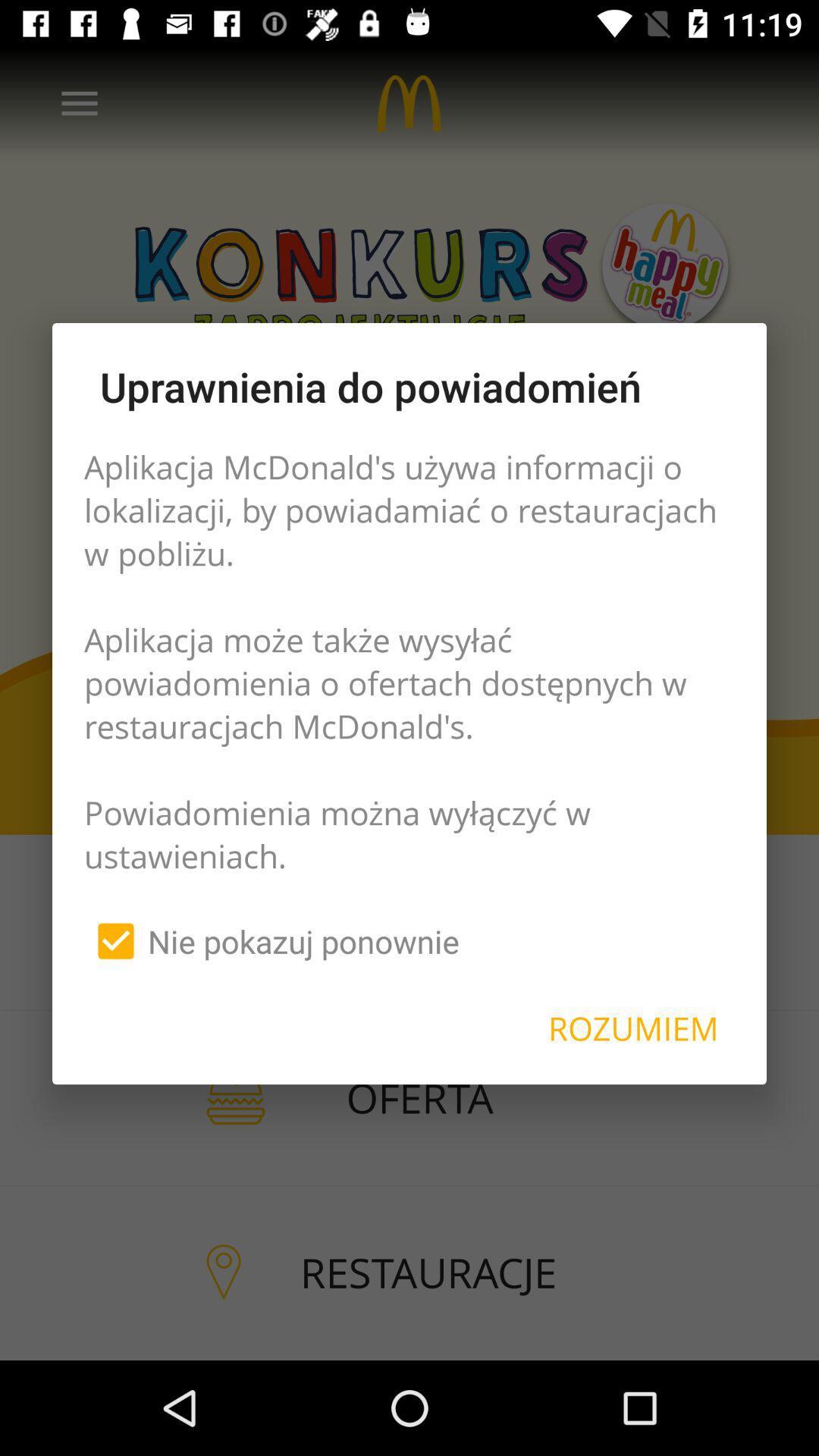 This screenshot has width=819, height=1456. Describe the element at coordinates (271, 940) in the screenshot. I see `the nie pokazuj ponownie item` at that location.